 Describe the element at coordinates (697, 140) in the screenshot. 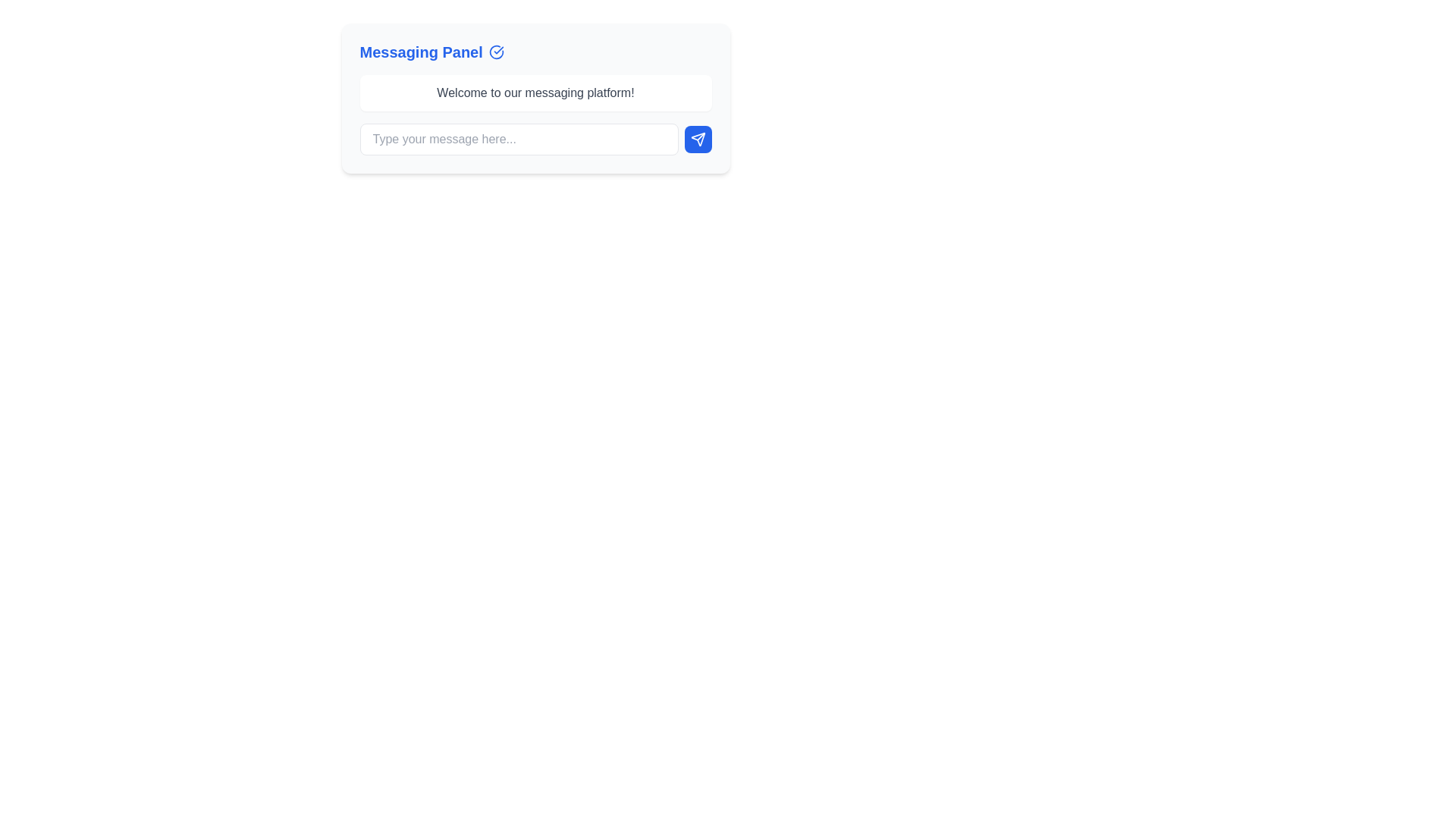

I see `the 'send' button icon located within a circular button` at that location.